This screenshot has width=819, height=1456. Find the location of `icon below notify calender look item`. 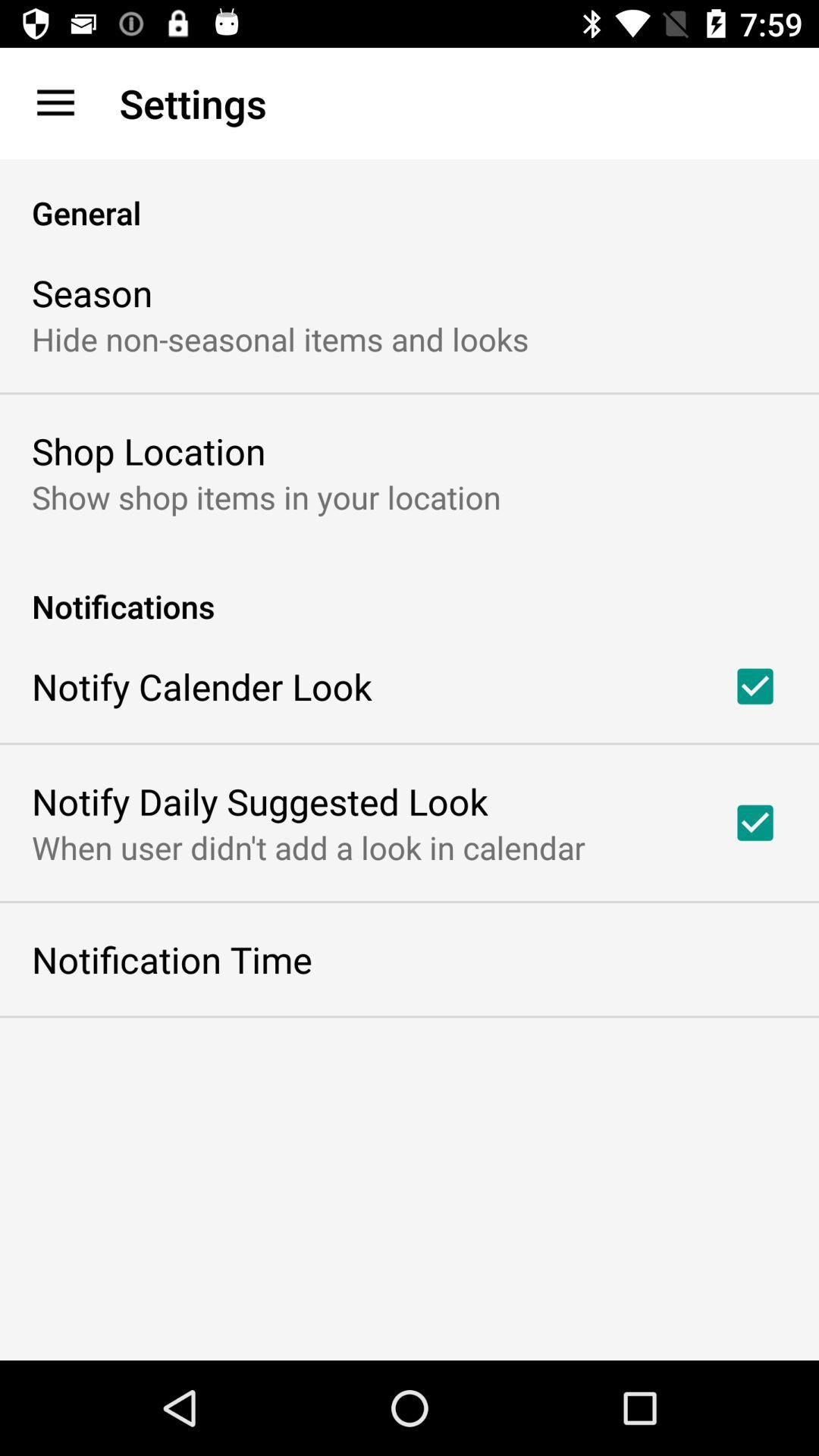

icon below notify calender look item is located at coordinates (259, 800).